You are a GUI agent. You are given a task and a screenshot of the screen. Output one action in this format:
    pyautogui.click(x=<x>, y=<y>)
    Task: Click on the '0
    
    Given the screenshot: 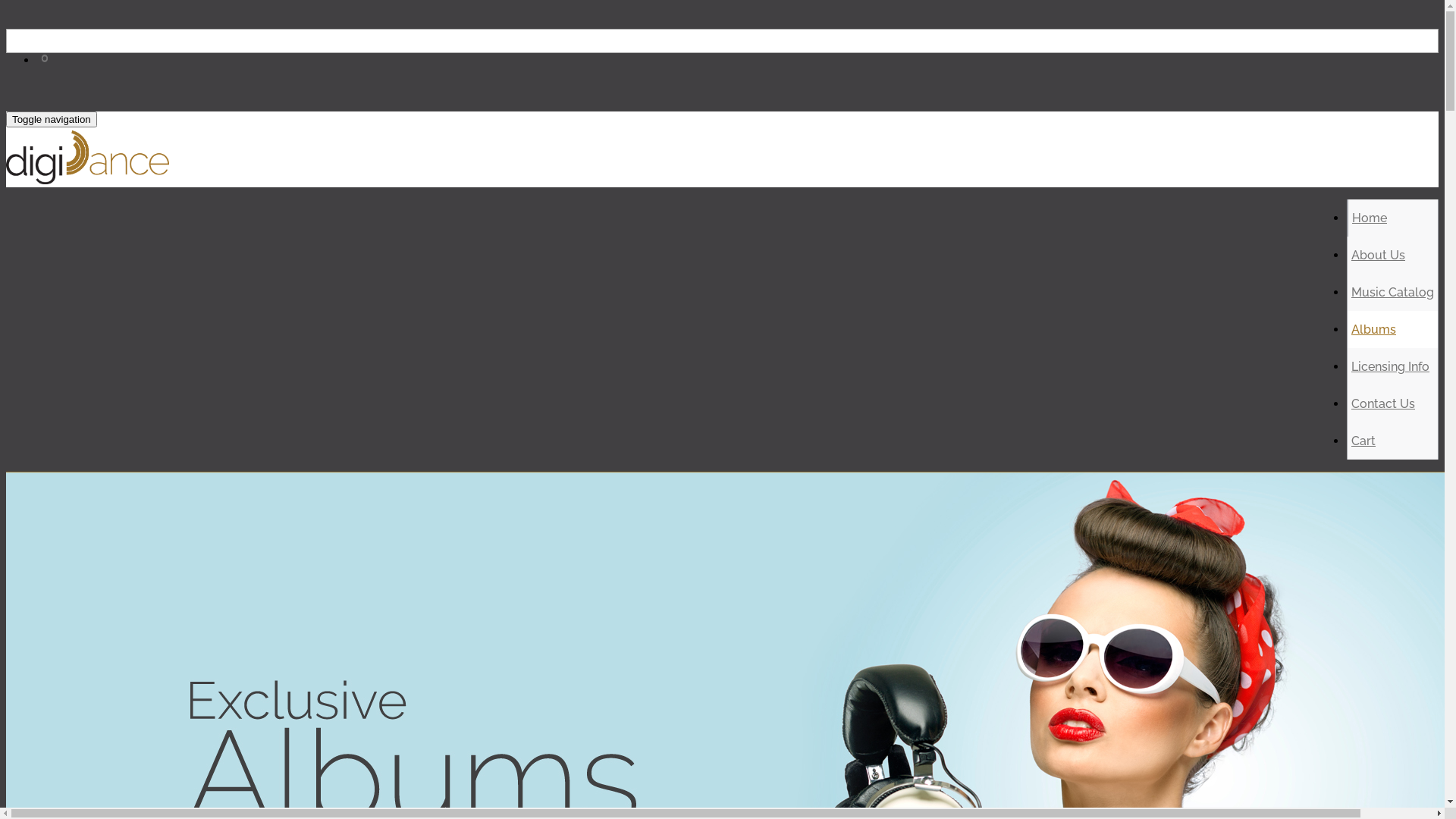 What is the action you would take?
    pyautogui.click(x=46, y=76)
    